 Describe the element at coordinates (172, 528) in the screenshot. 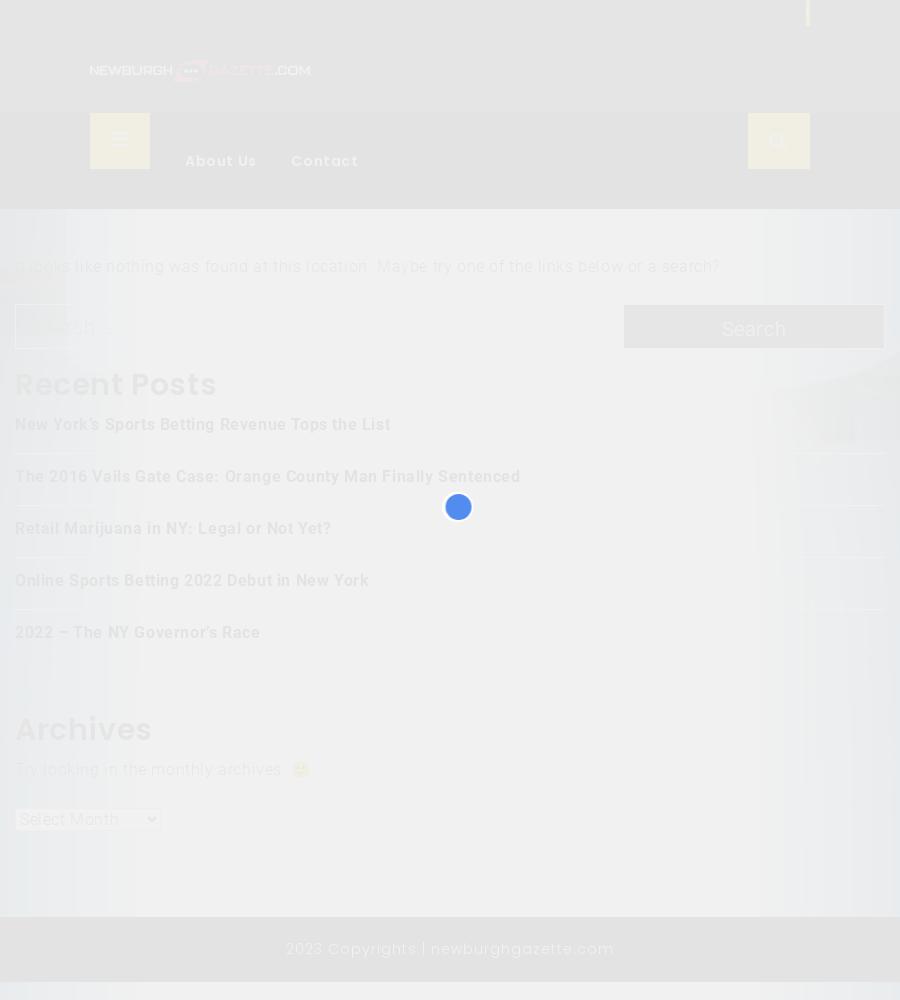

I see `'Retail Marijuana in NY: Legal or Not Yet?'` at that location.